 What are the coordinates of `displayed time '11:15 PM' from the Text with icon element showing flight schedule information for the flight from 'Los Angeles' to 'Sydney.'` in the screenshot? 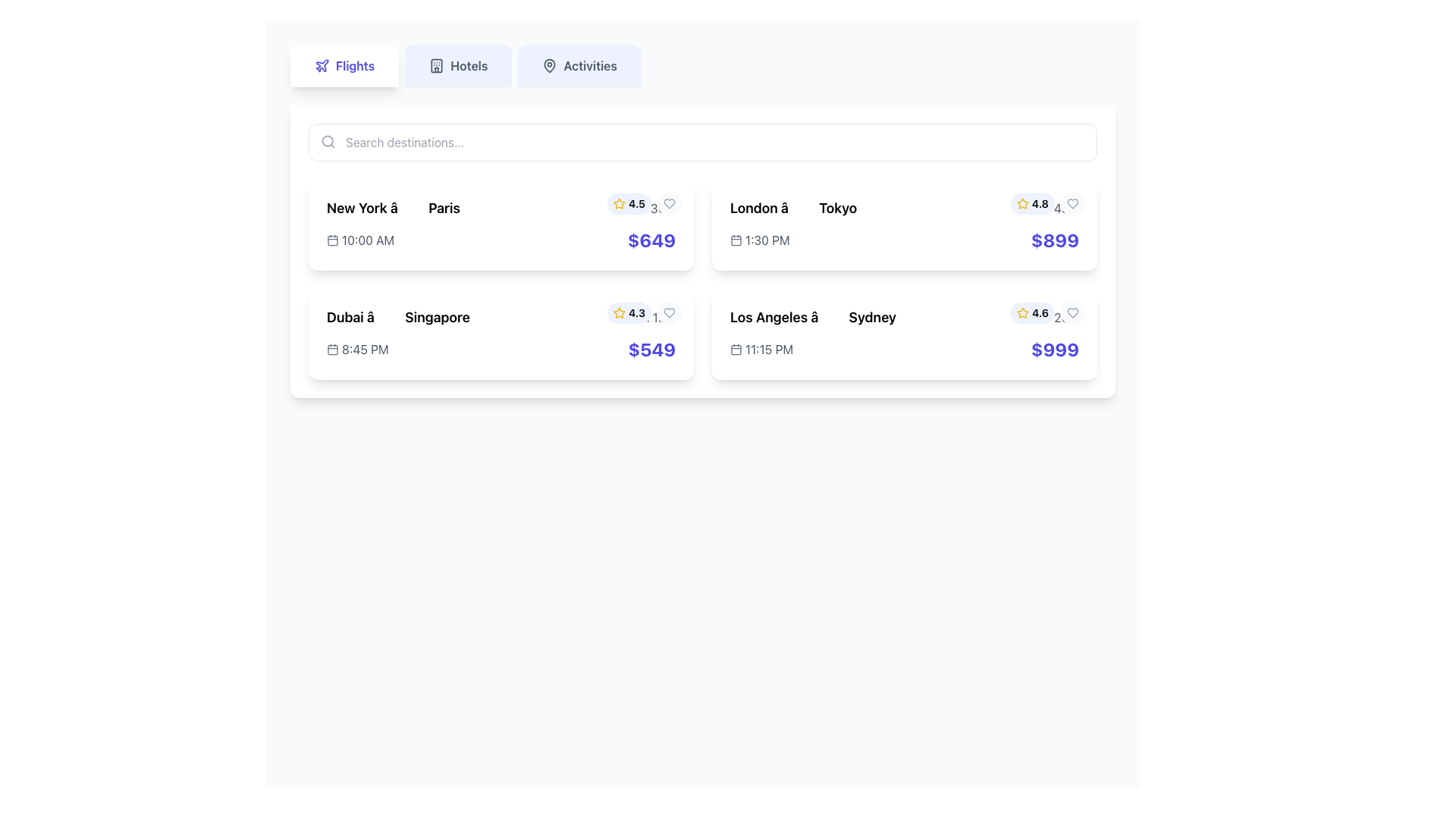 It's located at (761, 350).